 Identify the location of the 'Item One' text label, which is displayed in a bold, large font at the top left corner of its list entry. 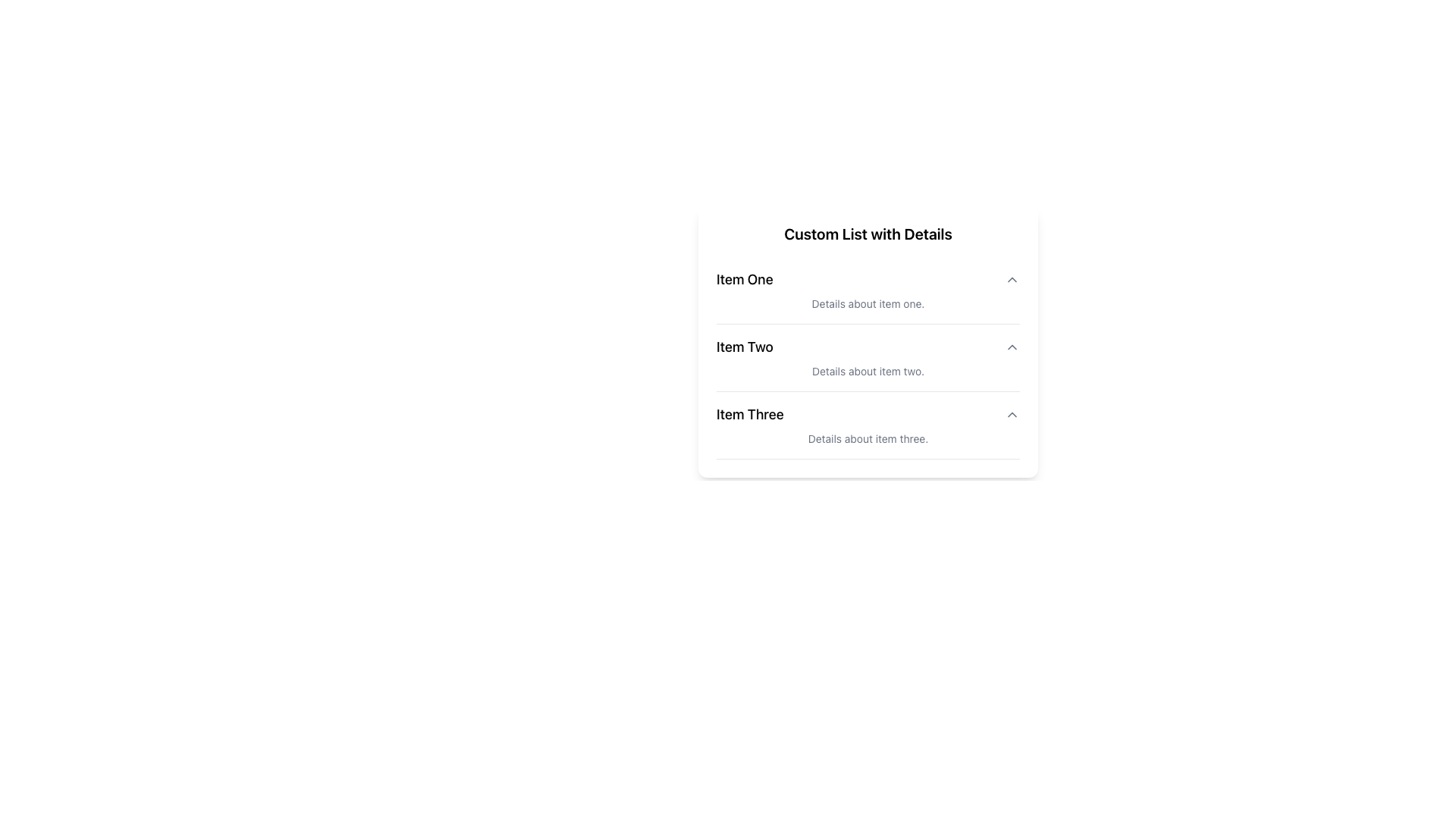
(745, 280).